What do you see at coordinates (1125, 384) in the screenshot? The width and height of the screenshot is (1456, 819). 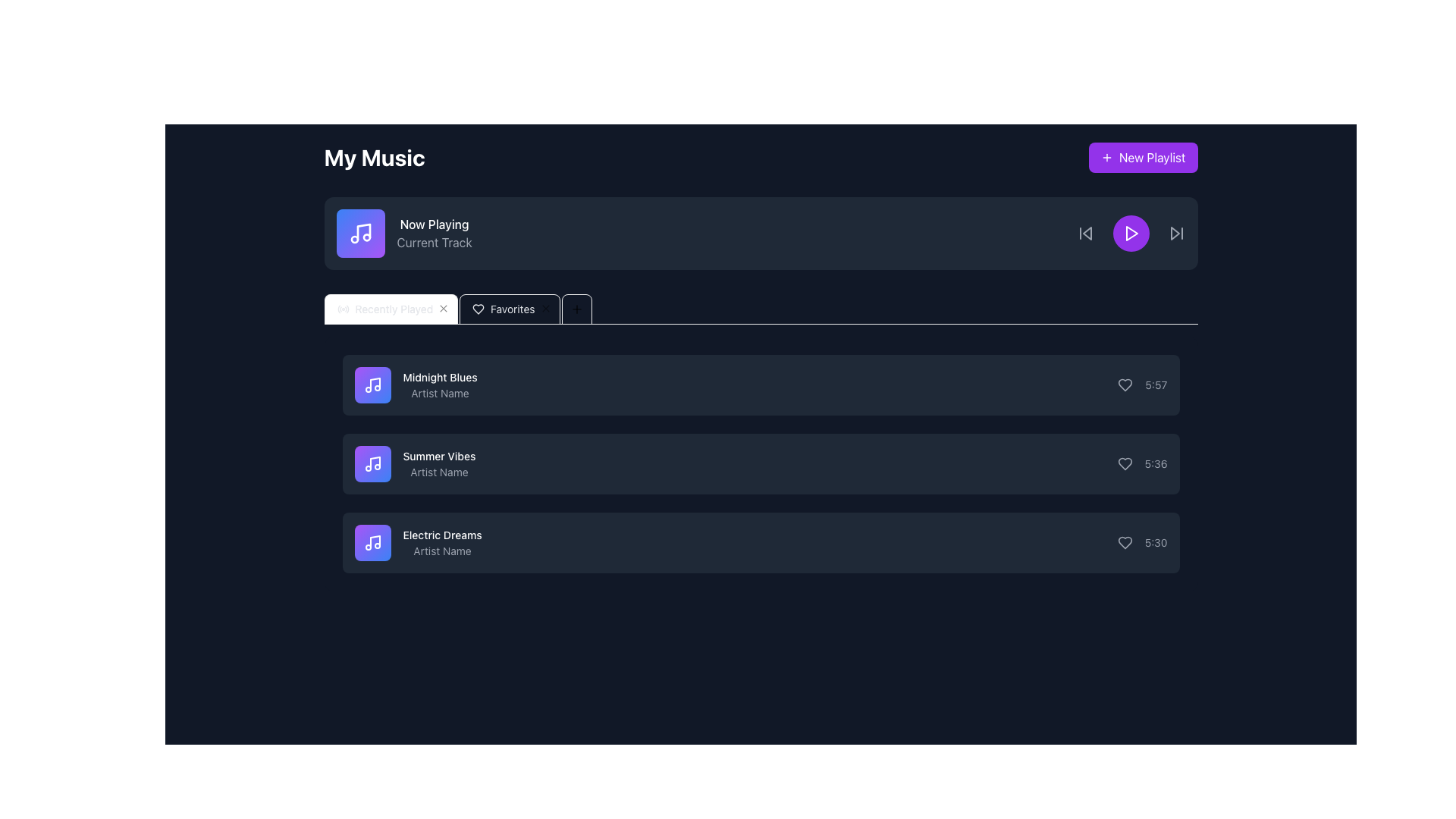 I see `the heart icon button in the middle-right section of the 'Midnight Blues' song entry to mark or unmark the song as a favorite` at bounding box center [1125, 384].